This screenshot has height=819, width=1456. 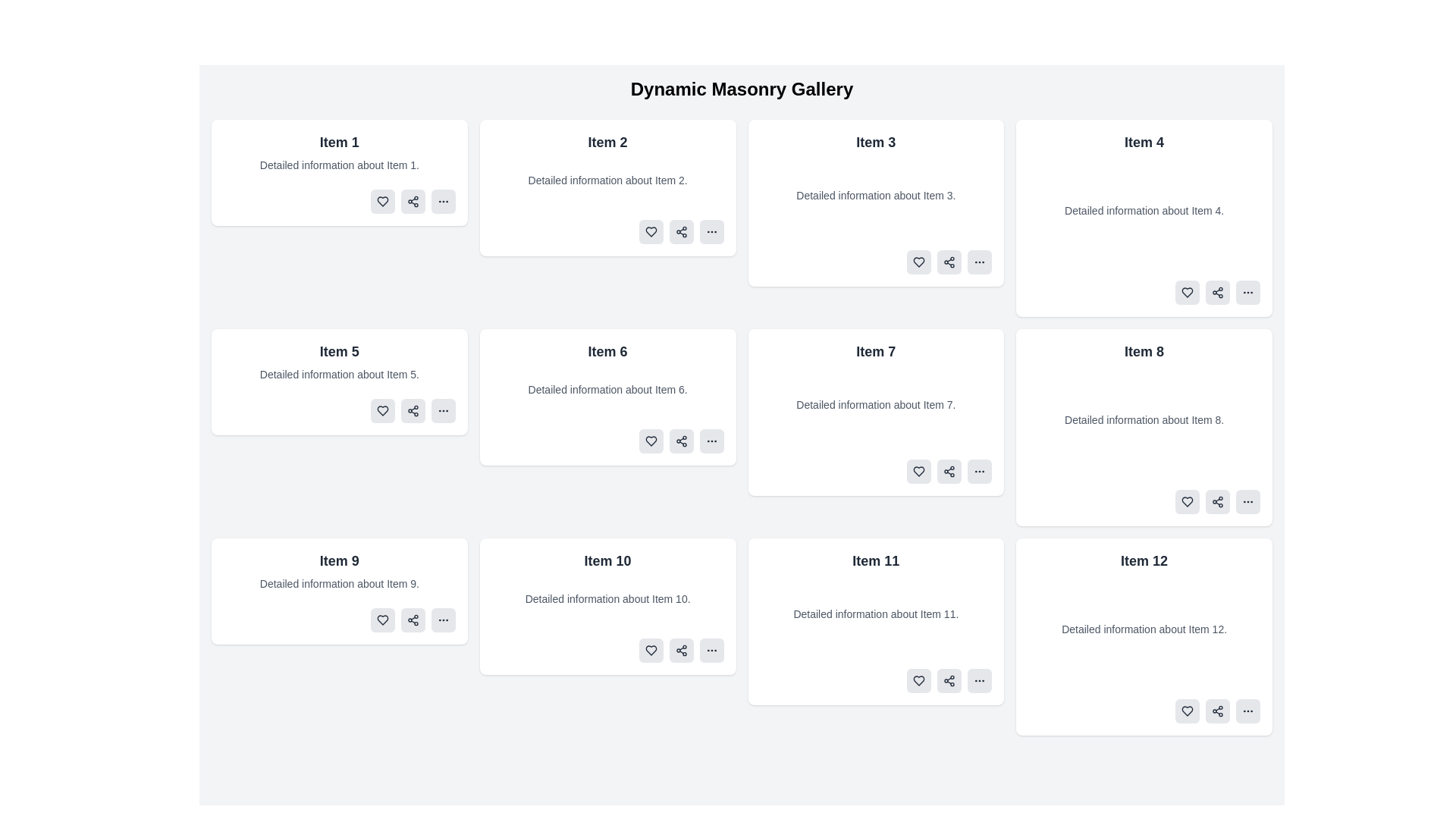 What do you see at coordinates (711, 231) in the screenshot?
I see `the ellipsis icon, which consists of three small circles aligned horizontally, located beneath the 'Item 2' card in the gallery layout` at bounding box center [711, 231].